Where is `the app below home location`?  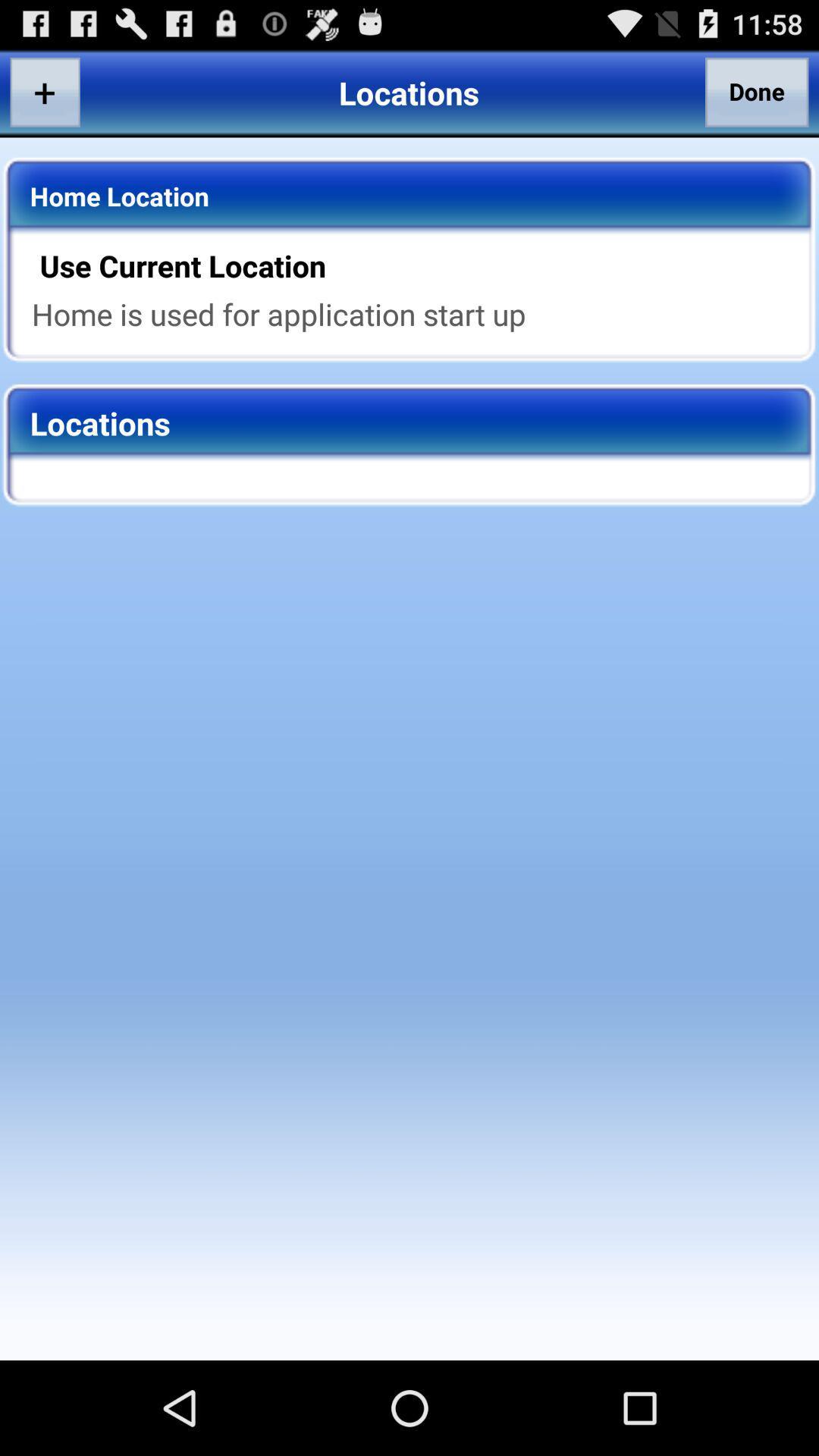
the app below home location is located at coordinates (419, 265).